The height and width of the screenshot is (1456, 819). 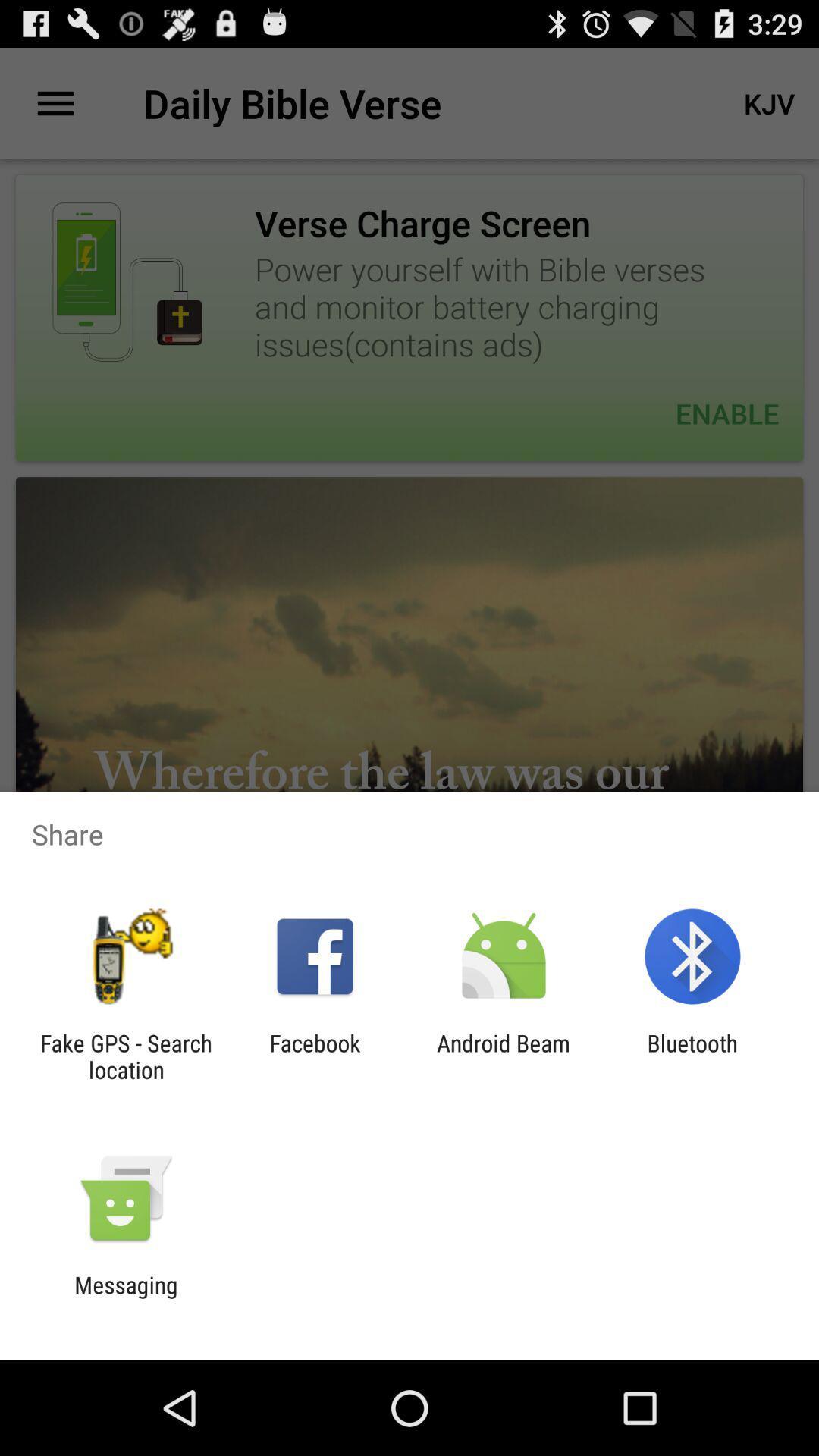 I want to click on the app next to the facebook icon, so click(x=125, y=1056).